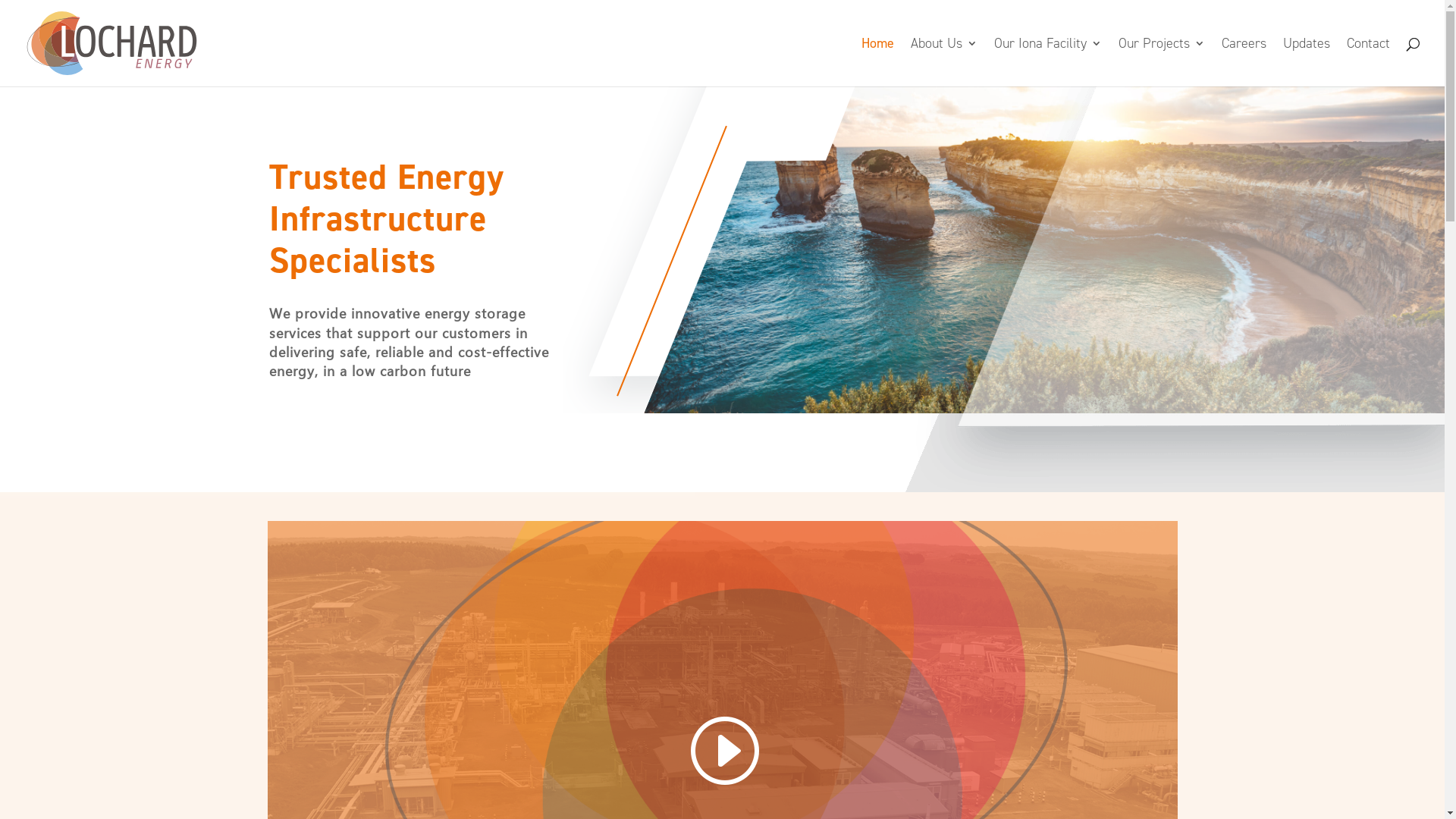 This screenshot has width=1456, height=819. Describe the element at coordinates (993, 61) in the screenshot. I see `'Our Iona Facility'` at that location.